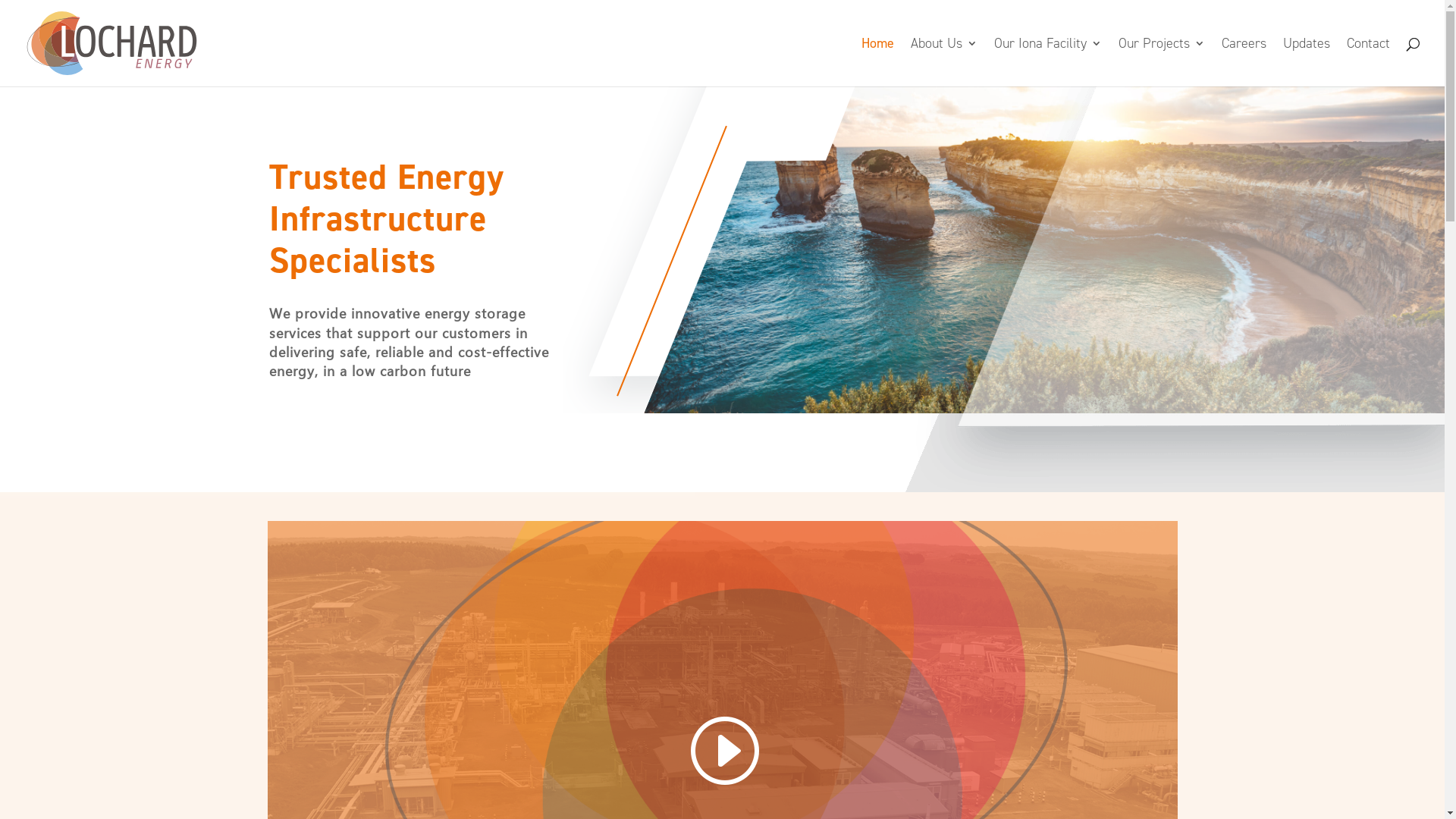 This screenshot has width=1456, height=819. Describe the element at coordinates (993, 61) in the screenshot. I see `'Our Iona Facility'` at that location.